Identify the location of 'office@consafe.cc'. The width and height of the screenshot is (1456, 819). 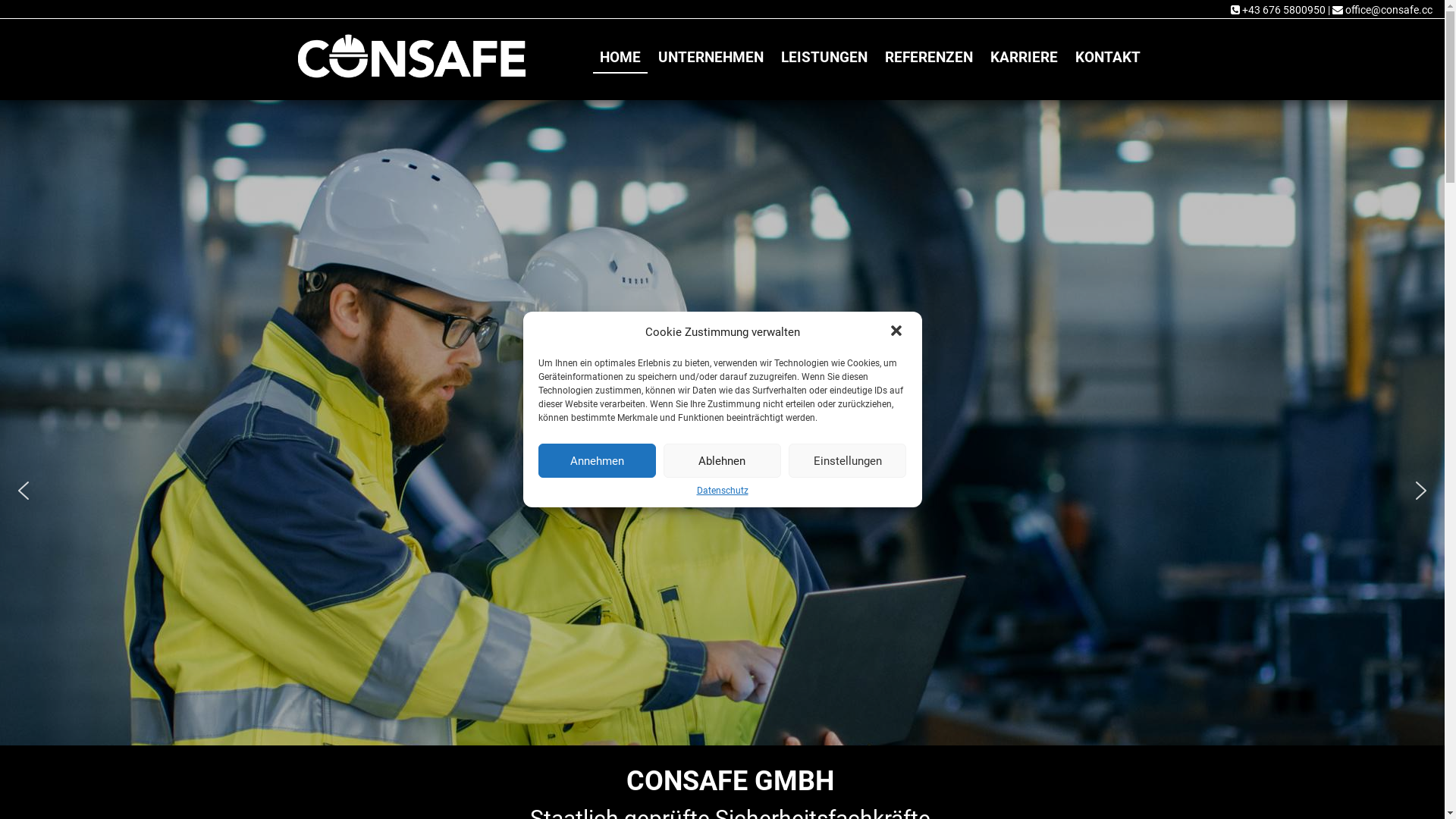
(1382, 9).